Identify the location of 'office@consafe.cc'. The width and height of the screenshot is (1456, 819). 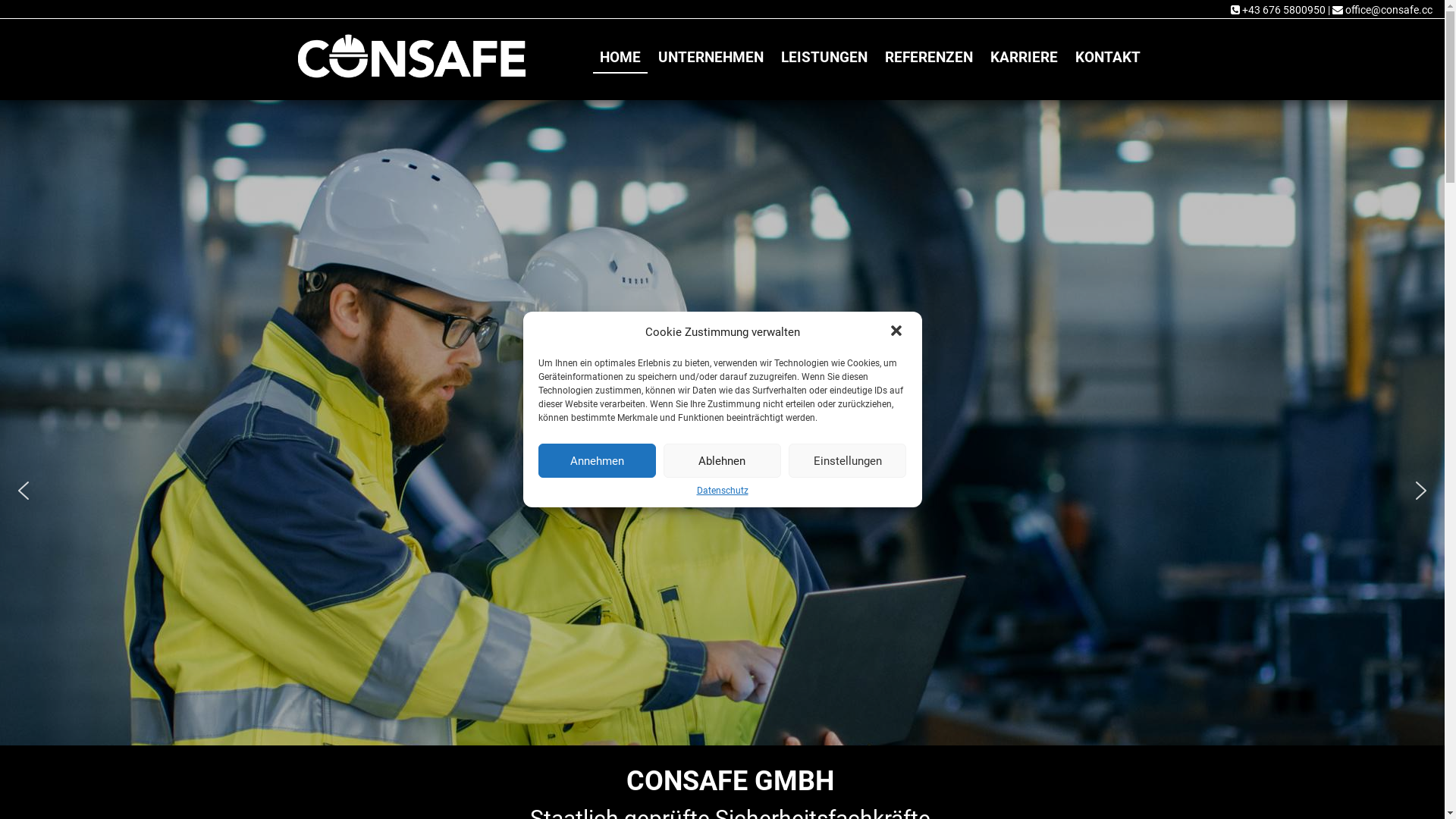
(1382, 9).